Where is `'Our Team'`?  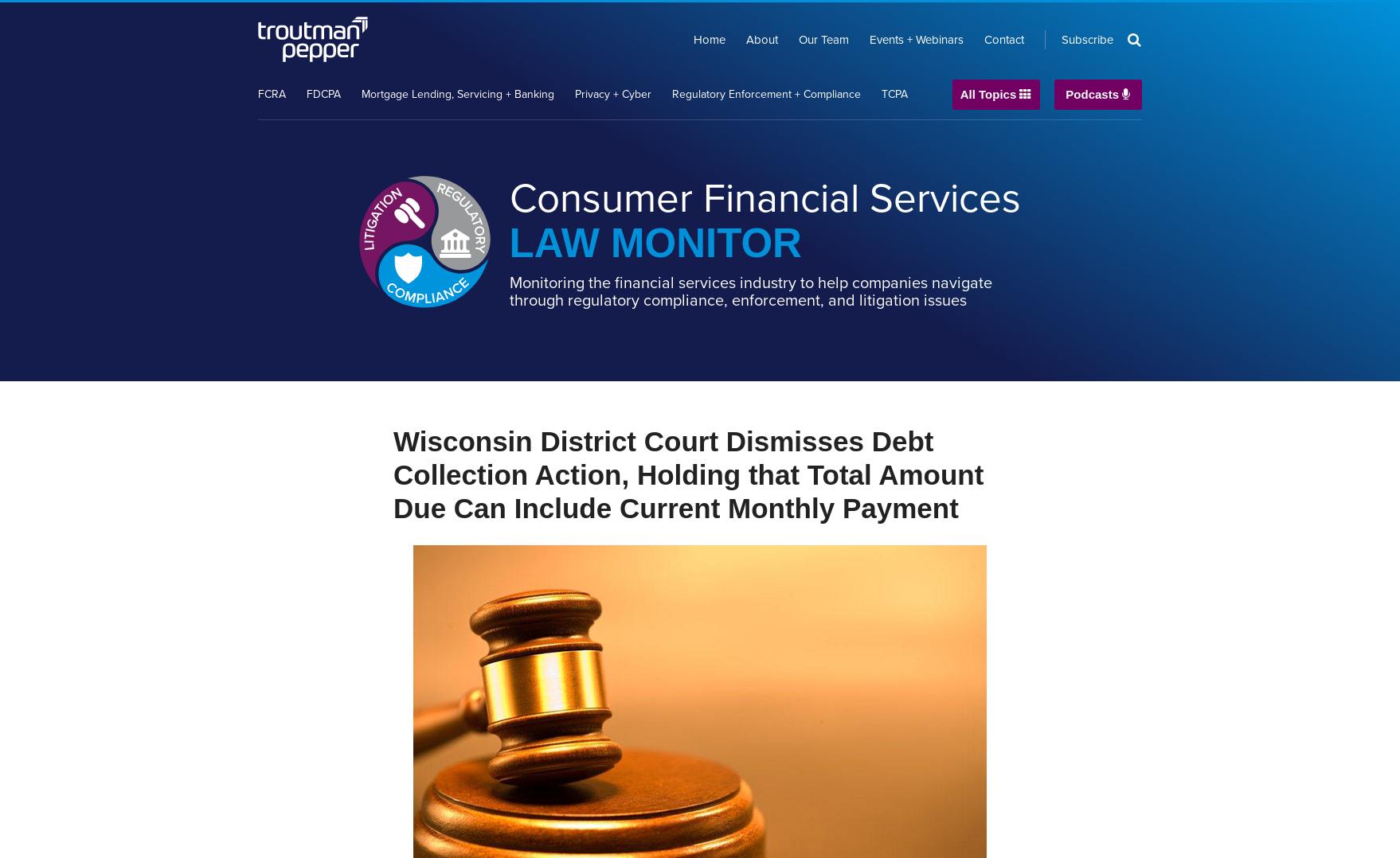
'Our Team' is located at coordinates (823, 39).